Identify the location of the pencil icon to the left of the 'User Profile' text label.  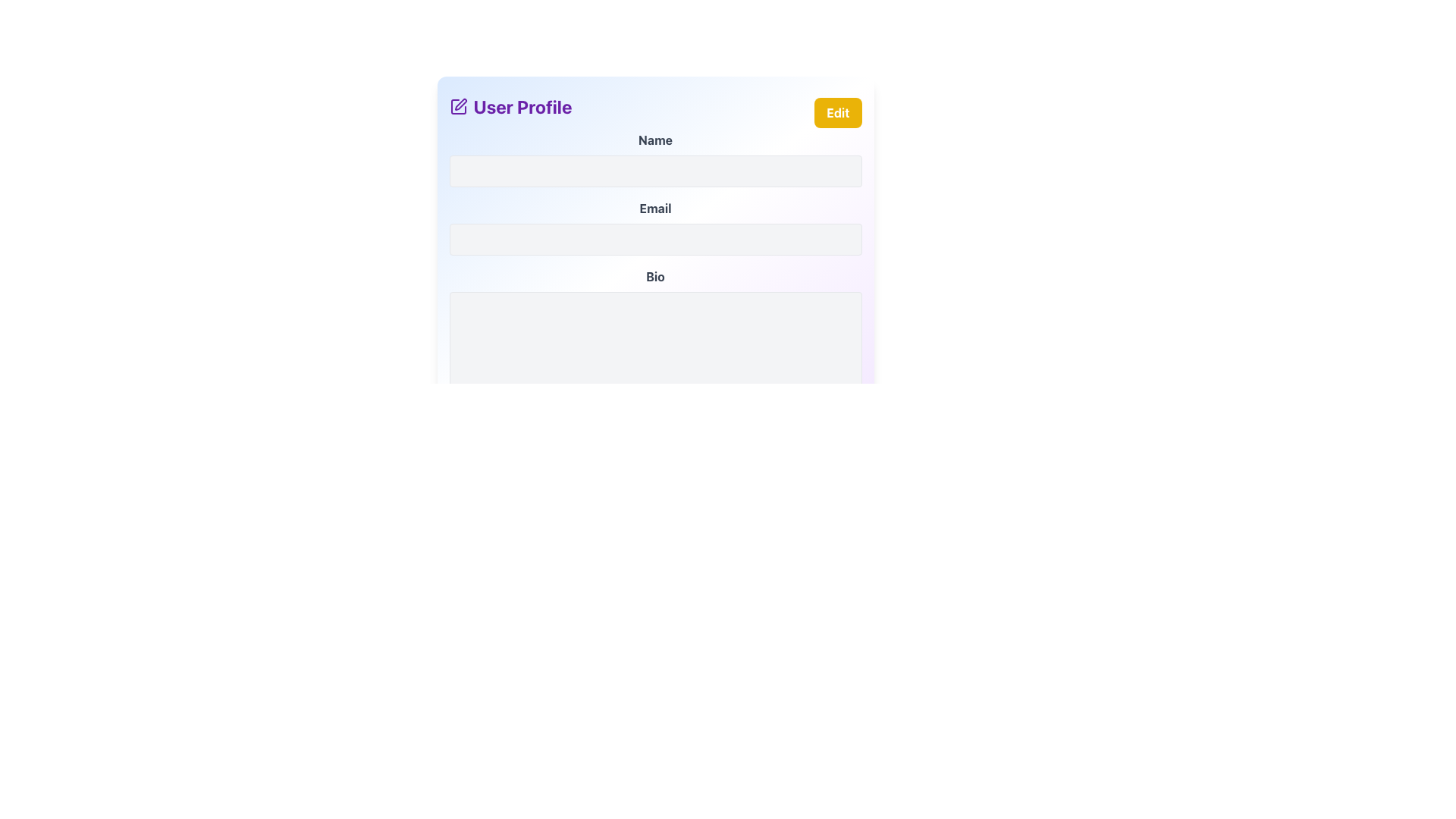
(457, 106).